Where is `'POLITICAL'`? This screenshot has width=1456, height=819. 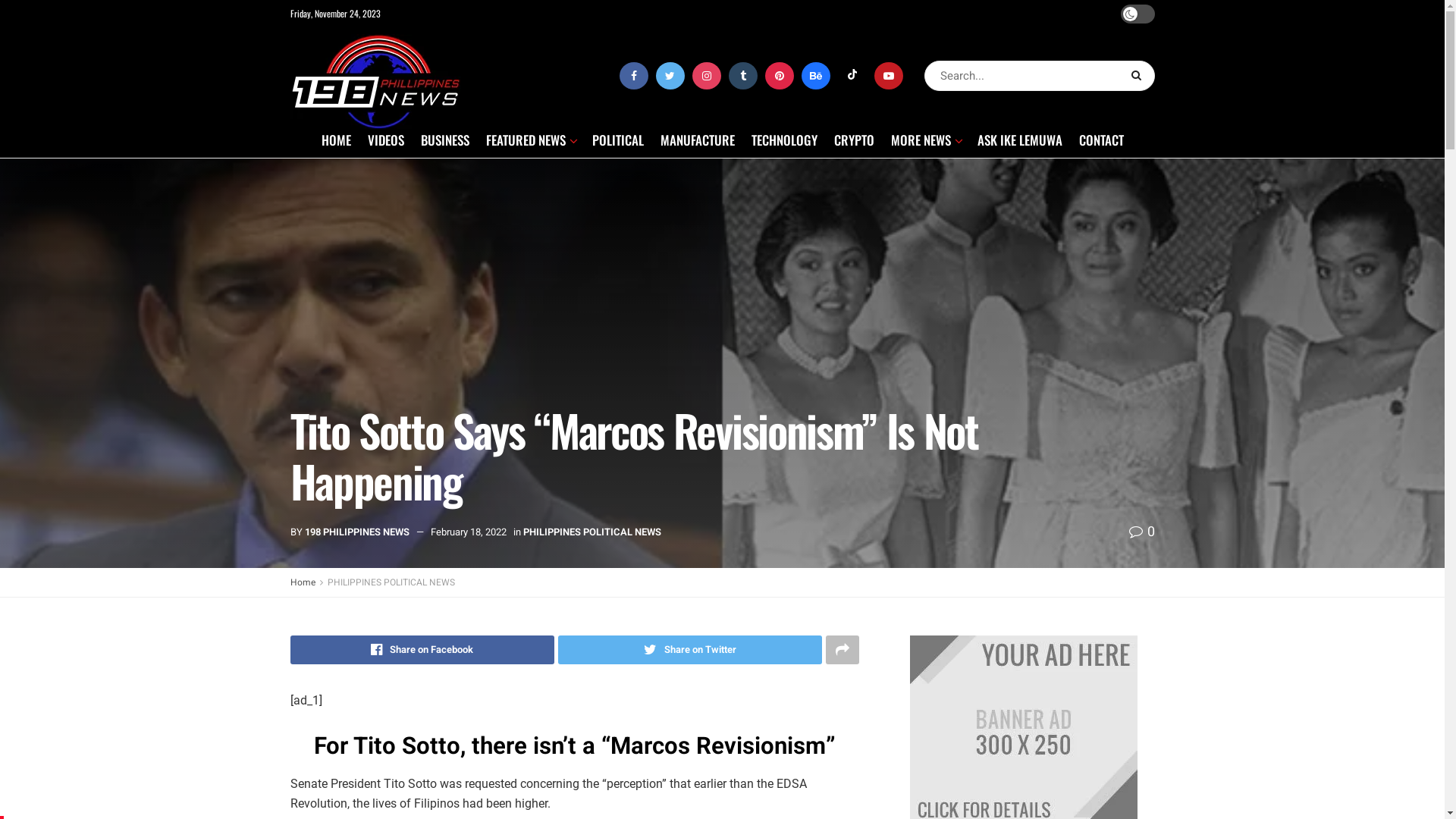 'POLITICAL' is located at coordinates (617, 140).